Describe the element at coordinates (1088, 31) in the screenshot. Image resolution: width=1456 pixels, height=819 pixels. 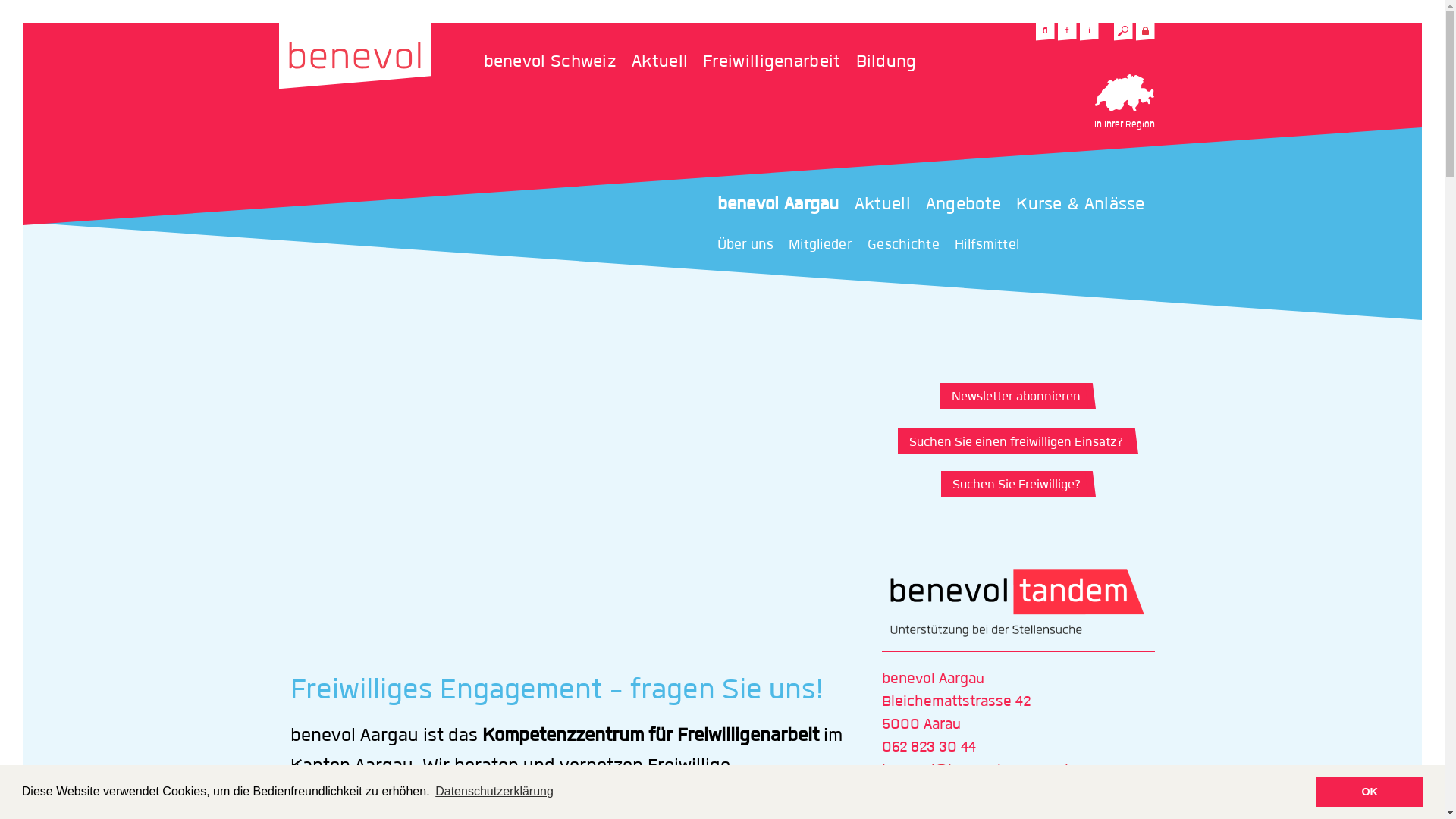
I see `'i'` at that location.